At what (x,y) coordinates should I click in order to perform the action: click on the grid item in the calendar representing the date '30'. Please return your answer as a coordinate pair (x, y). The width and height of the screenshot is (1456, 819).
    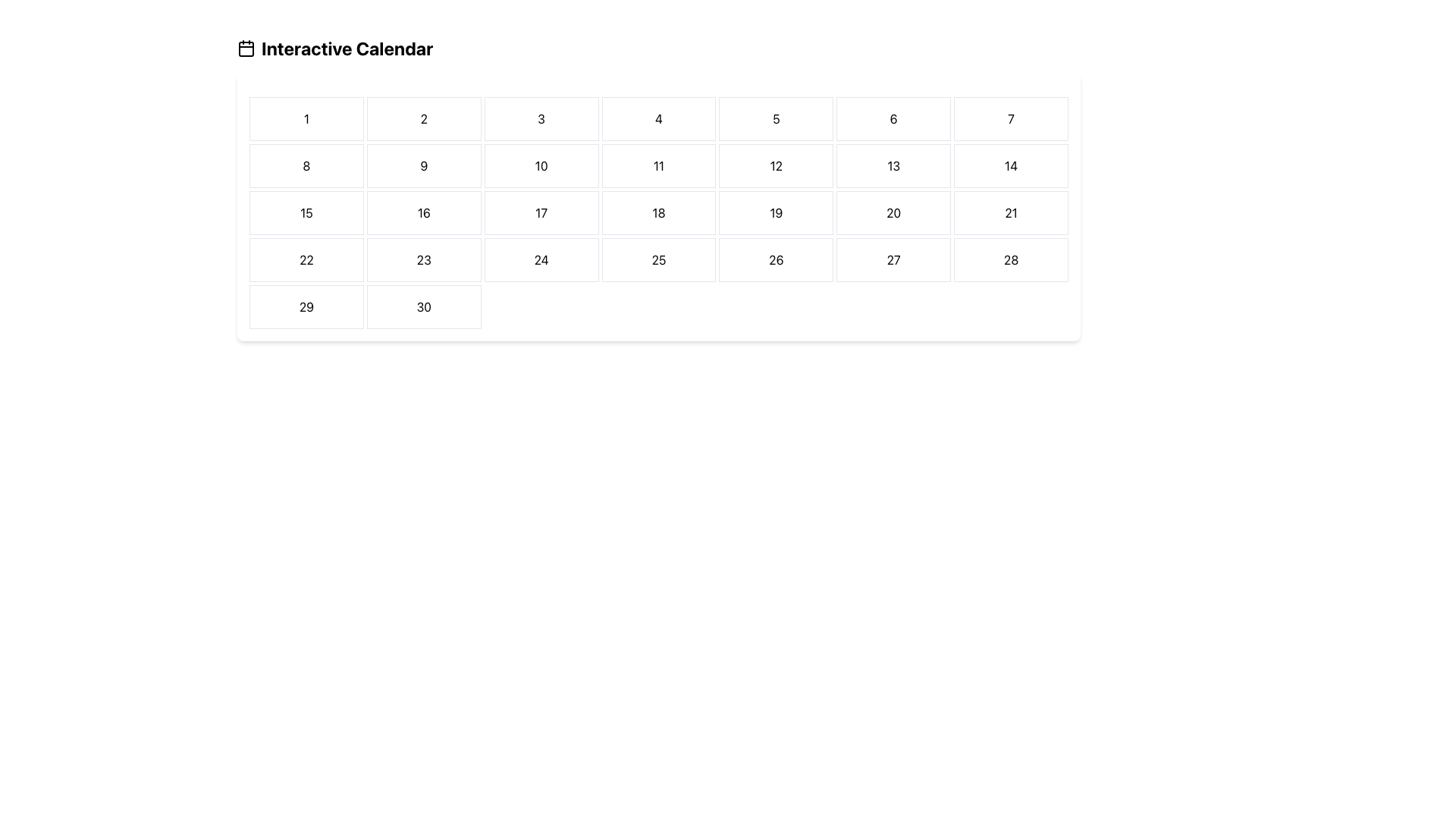
    Looking at the image, I should click on (424, 307).